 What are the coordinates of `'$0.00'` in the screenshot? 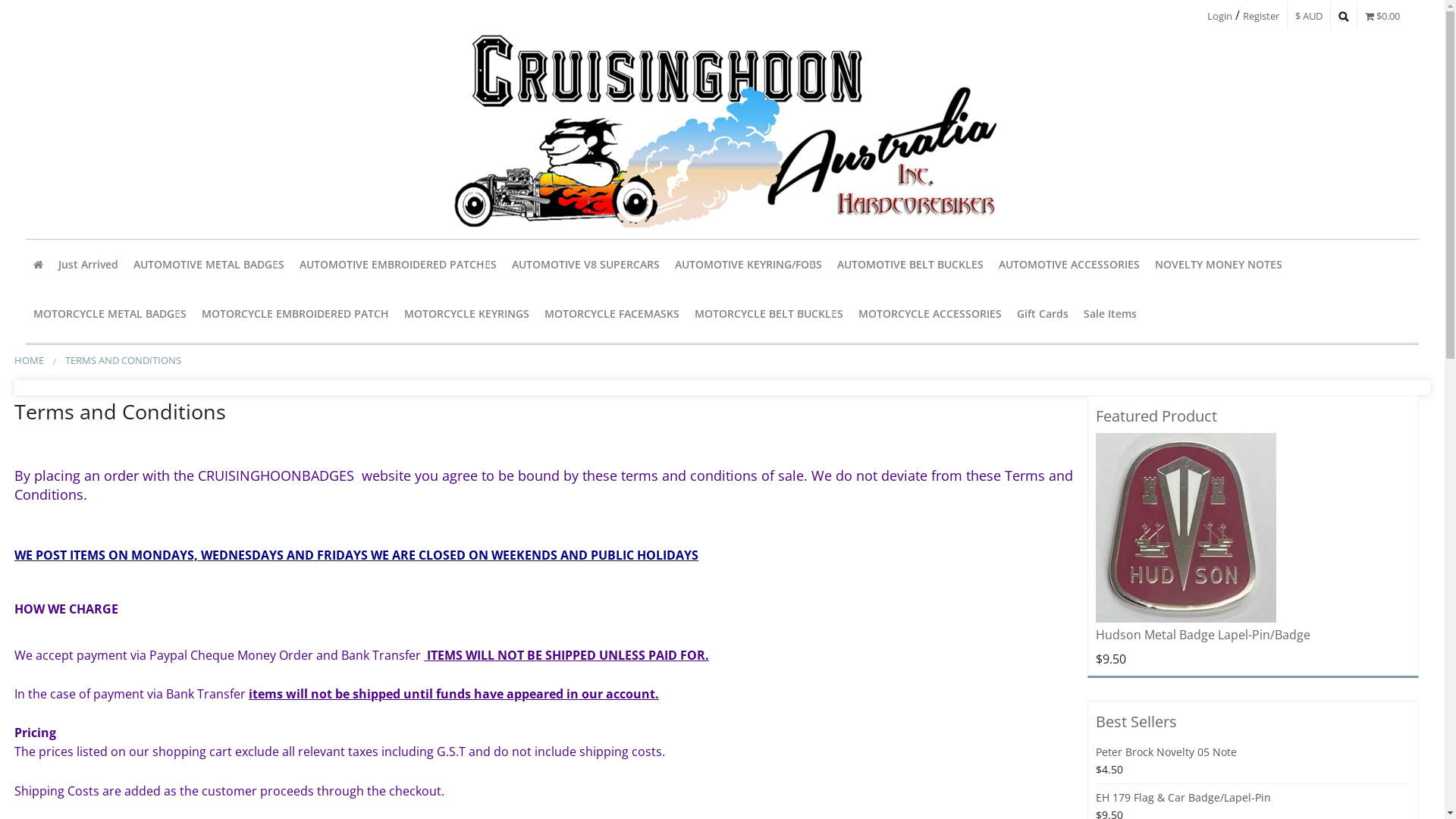 It's located at (1382, 15).